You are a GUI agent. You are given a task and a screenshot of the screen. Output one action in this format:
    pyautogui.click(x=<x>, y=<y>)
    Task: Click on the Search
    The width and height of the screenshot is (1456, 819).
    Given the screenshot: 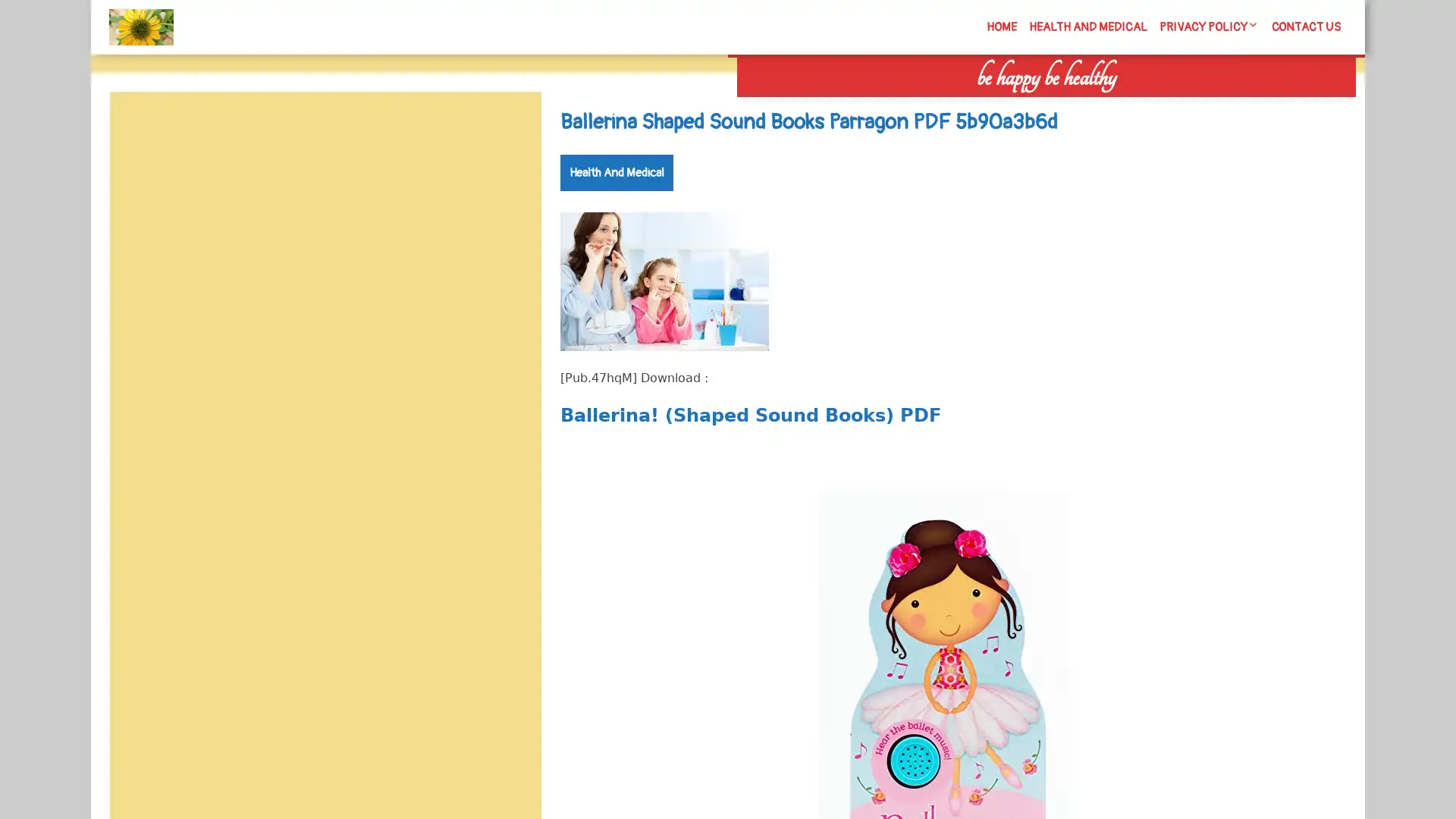 What is the action you would take?
    pyautogui.click(x=506, y=127)
    